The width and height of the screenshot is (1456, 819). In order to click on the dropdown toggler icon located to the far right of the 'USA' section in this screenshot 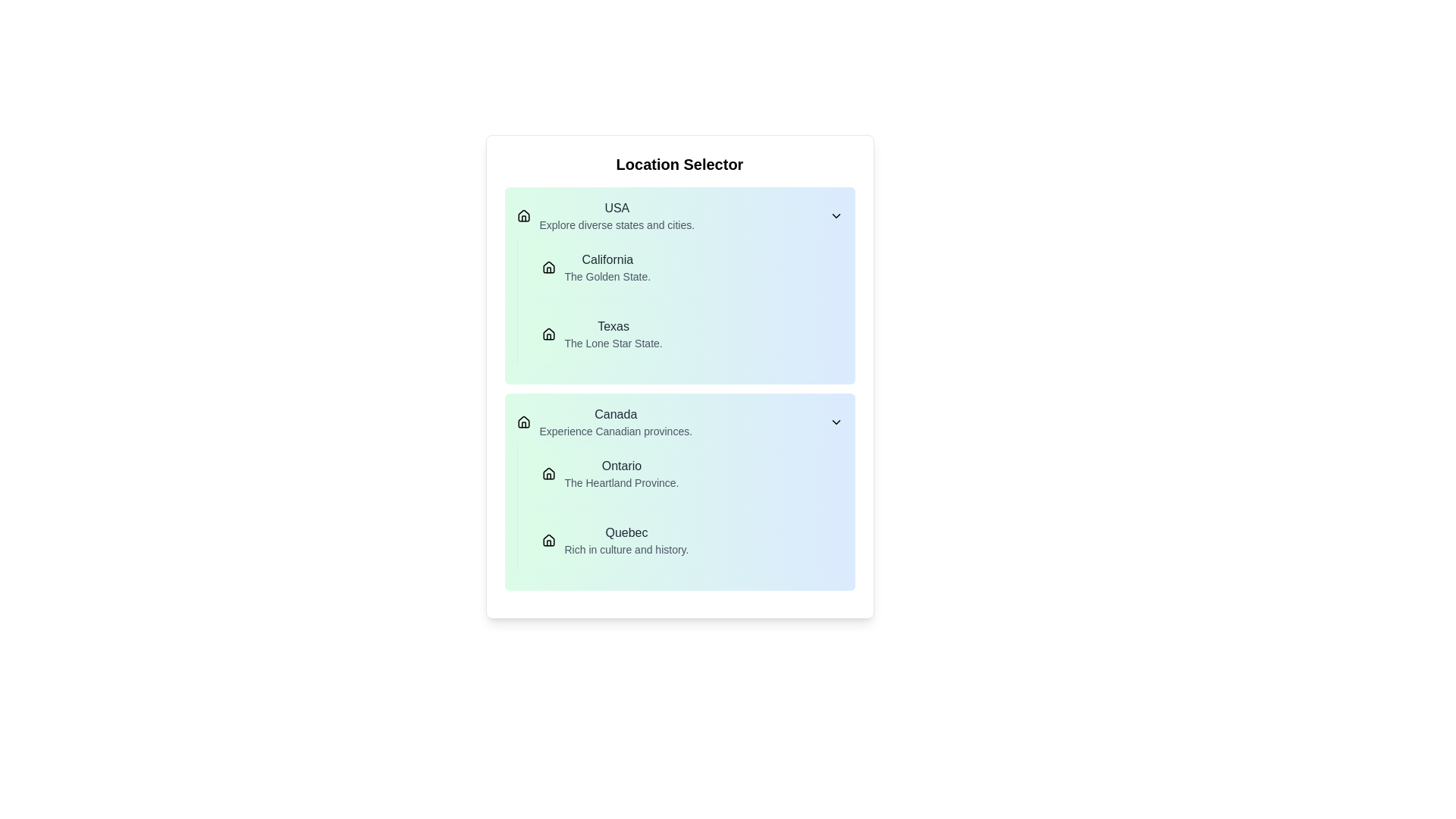, I will do `click(835, 216)`.